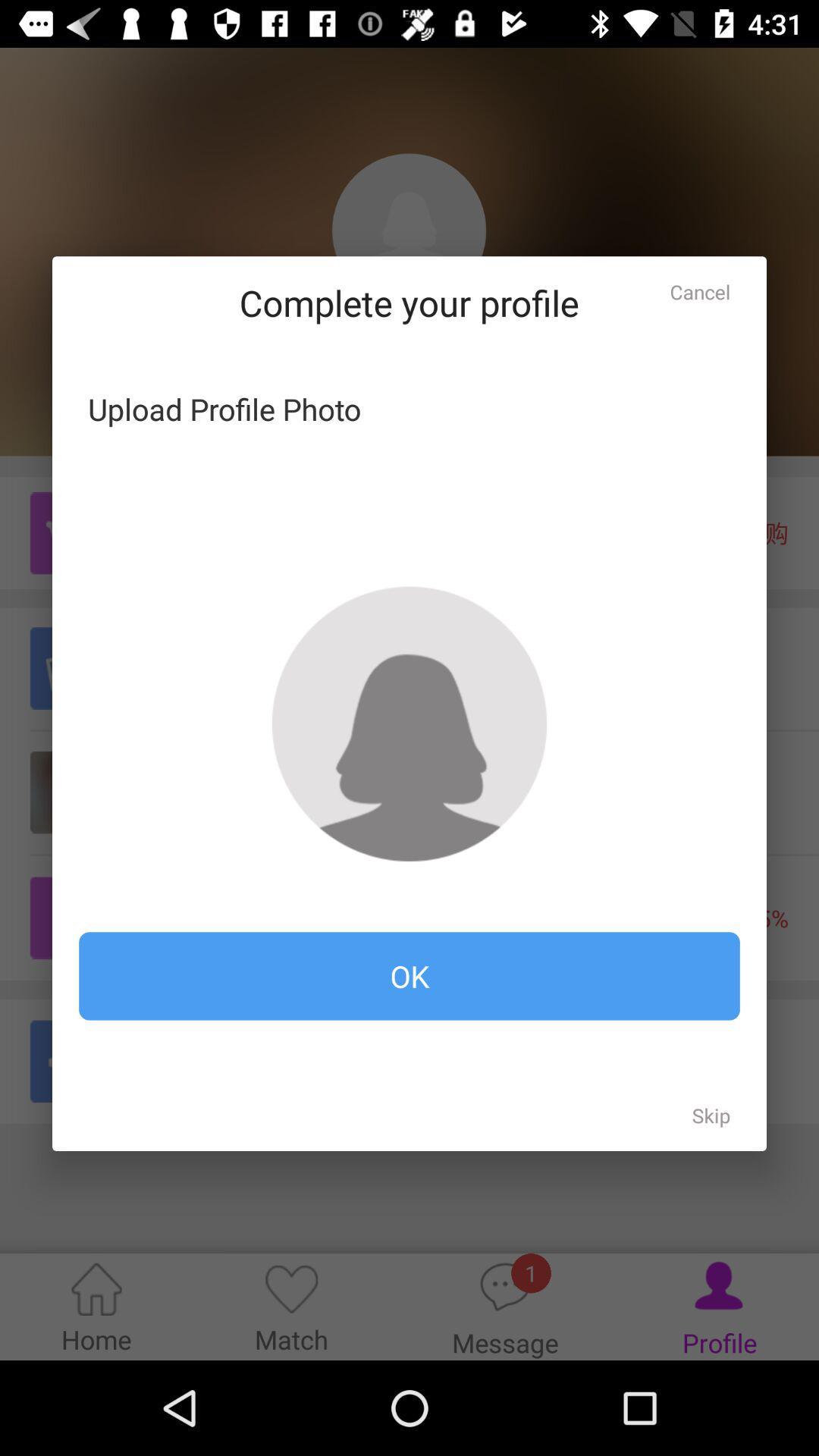 The height and width of the screenshot is (1456, 819). What do you see at coordinates (409, 723) in the screenshot?
I see `insert image` at bounding box center [409, 723].